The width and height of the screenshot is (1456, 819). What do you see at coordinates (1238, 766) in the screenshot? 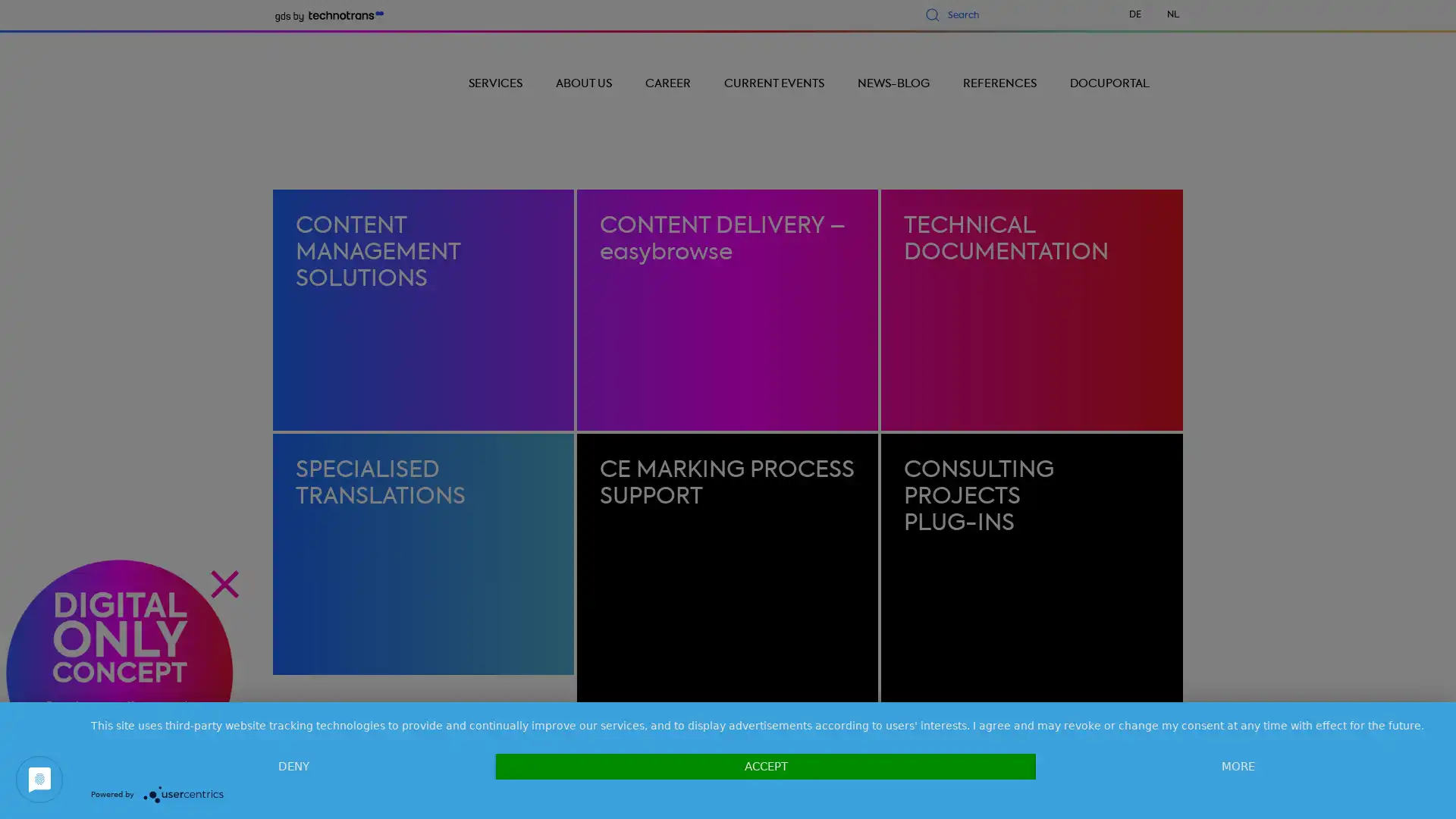
I see `MORE` at bounding box center [1238, 766].